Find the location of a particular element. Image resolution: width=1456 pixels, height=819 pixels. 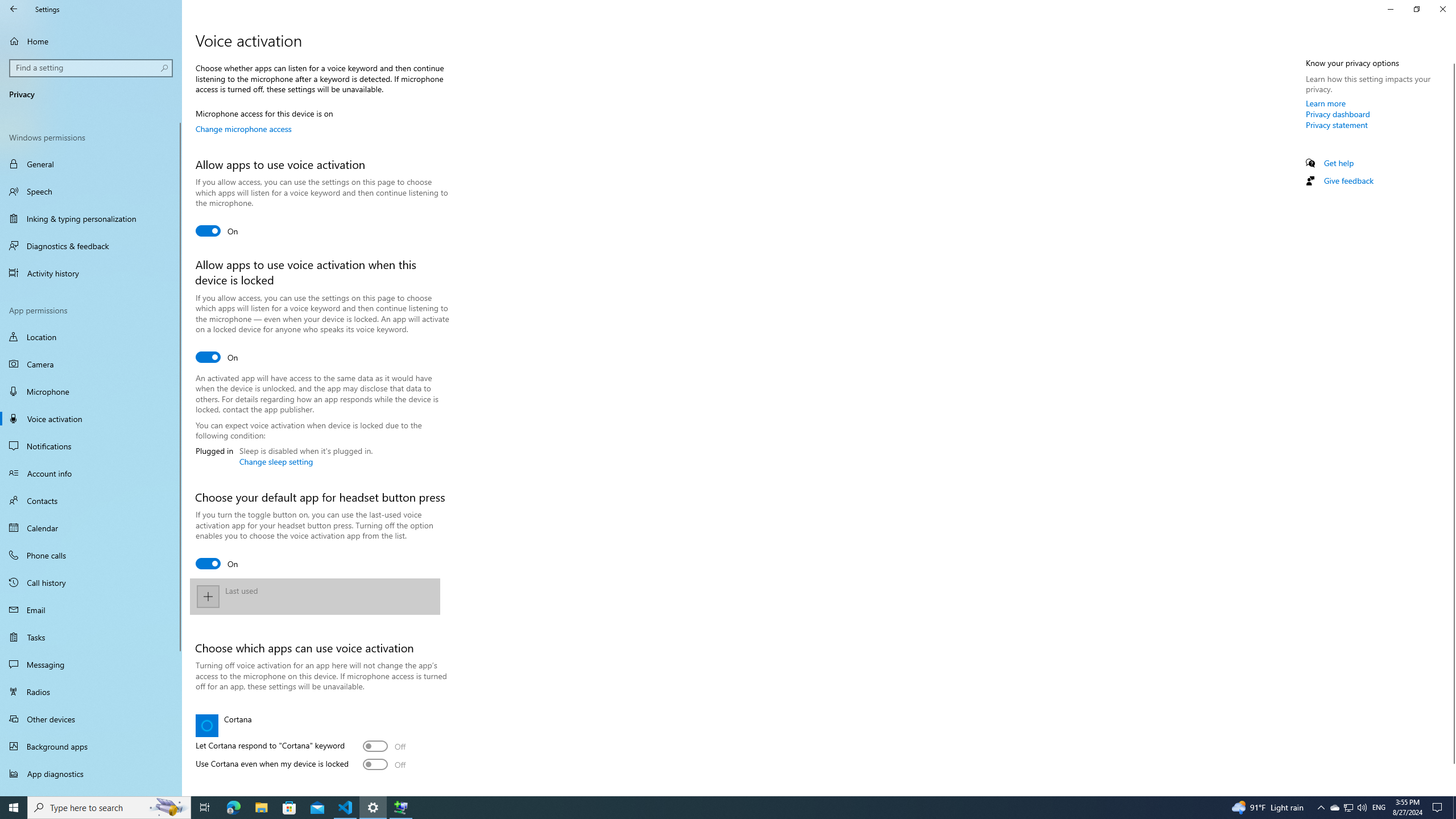

'Automatic file downloads' is located at coordinates (90, 791).